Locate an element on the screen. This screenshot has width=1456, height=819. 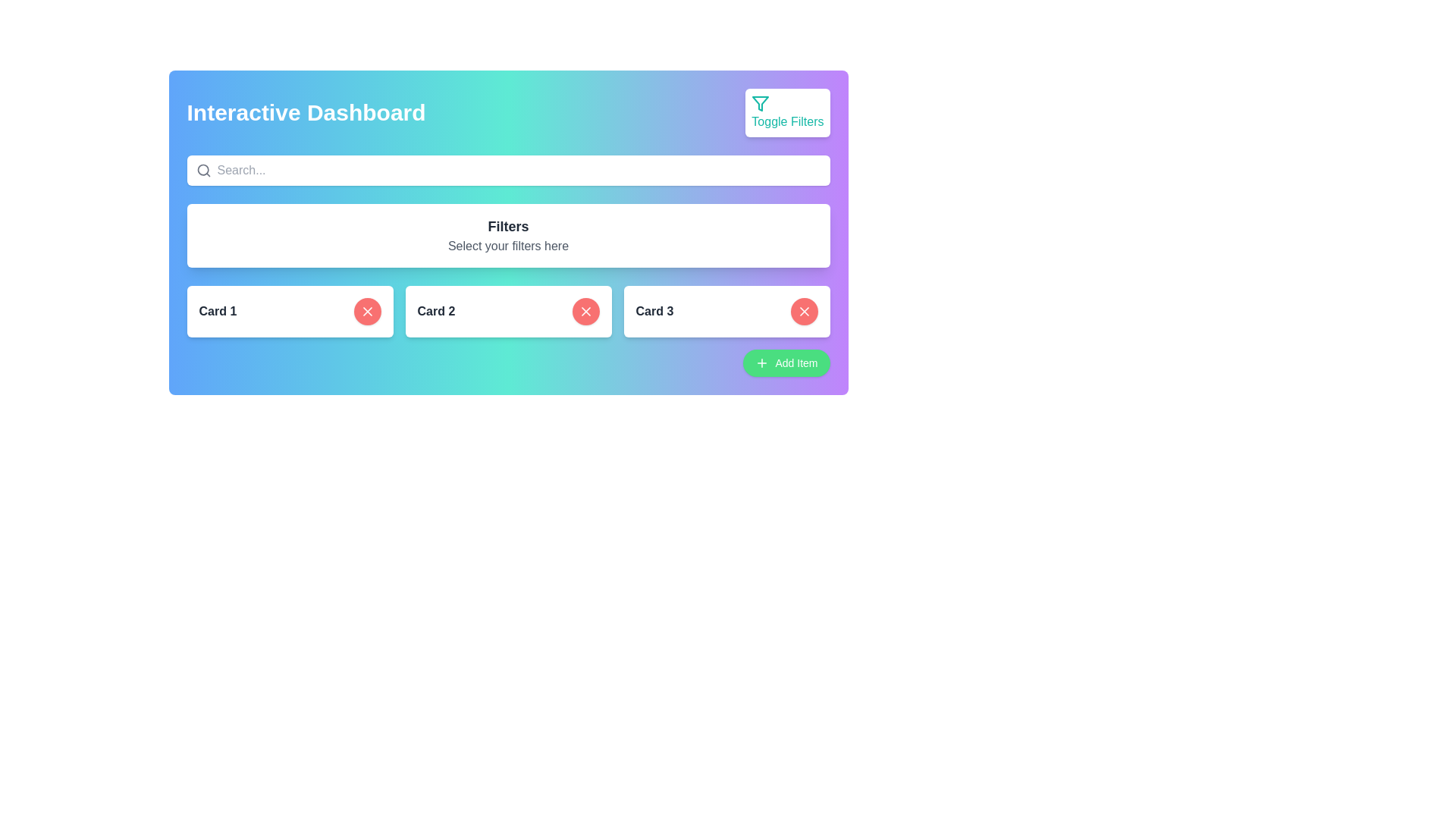
the Grid Layout element, which contains interactive cards for reordering, from its current position is located at coordinates (508, 311).